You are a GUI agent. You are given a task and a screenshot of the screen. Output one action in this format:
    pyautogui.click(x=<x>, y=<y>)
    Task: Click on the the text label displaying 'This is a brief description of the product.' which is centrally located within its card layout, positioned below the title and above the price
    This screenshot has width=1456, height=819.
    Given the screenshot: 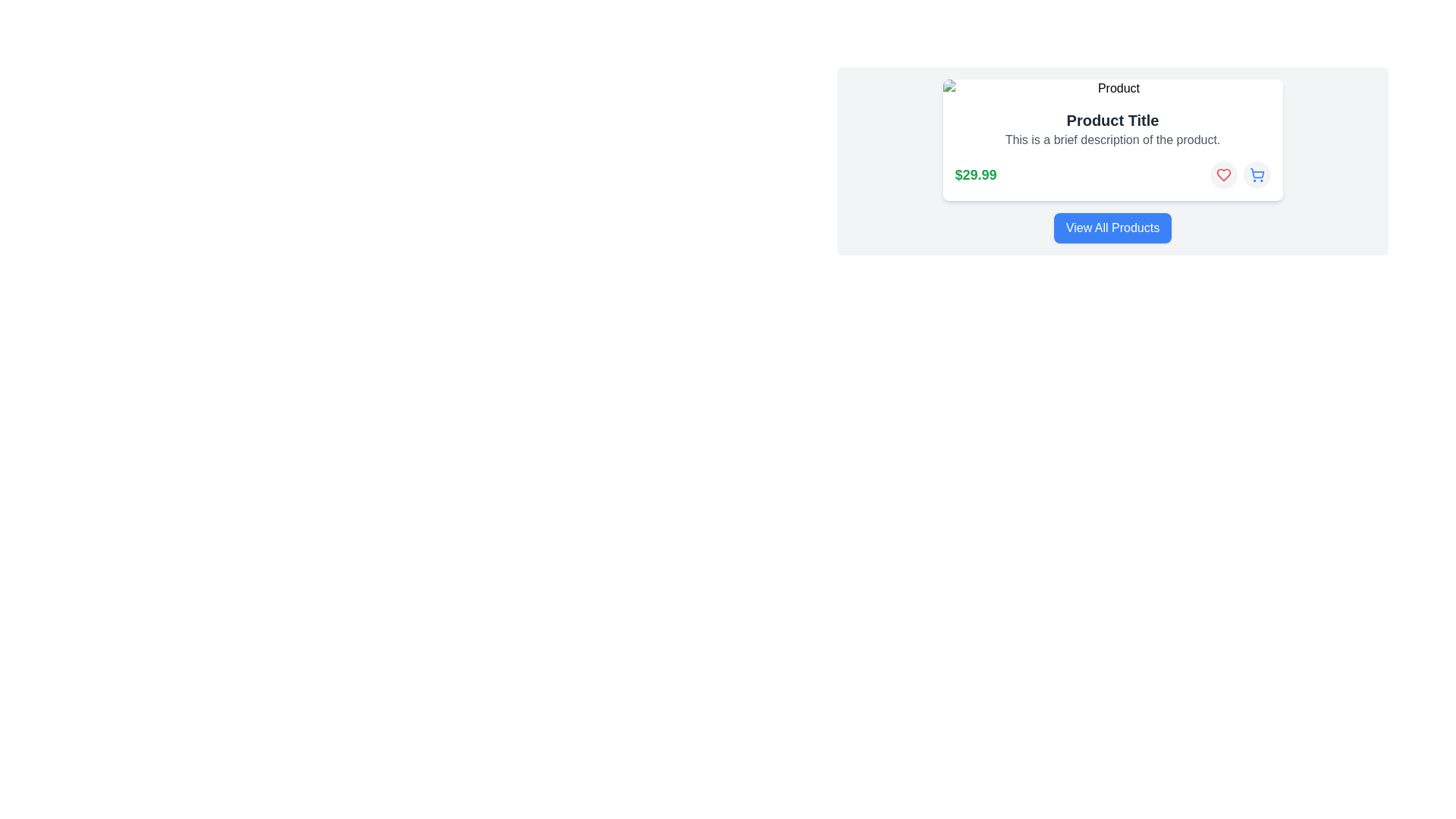 What is the action you would take?
    pyautogui.click(x=1112, y=140)
    